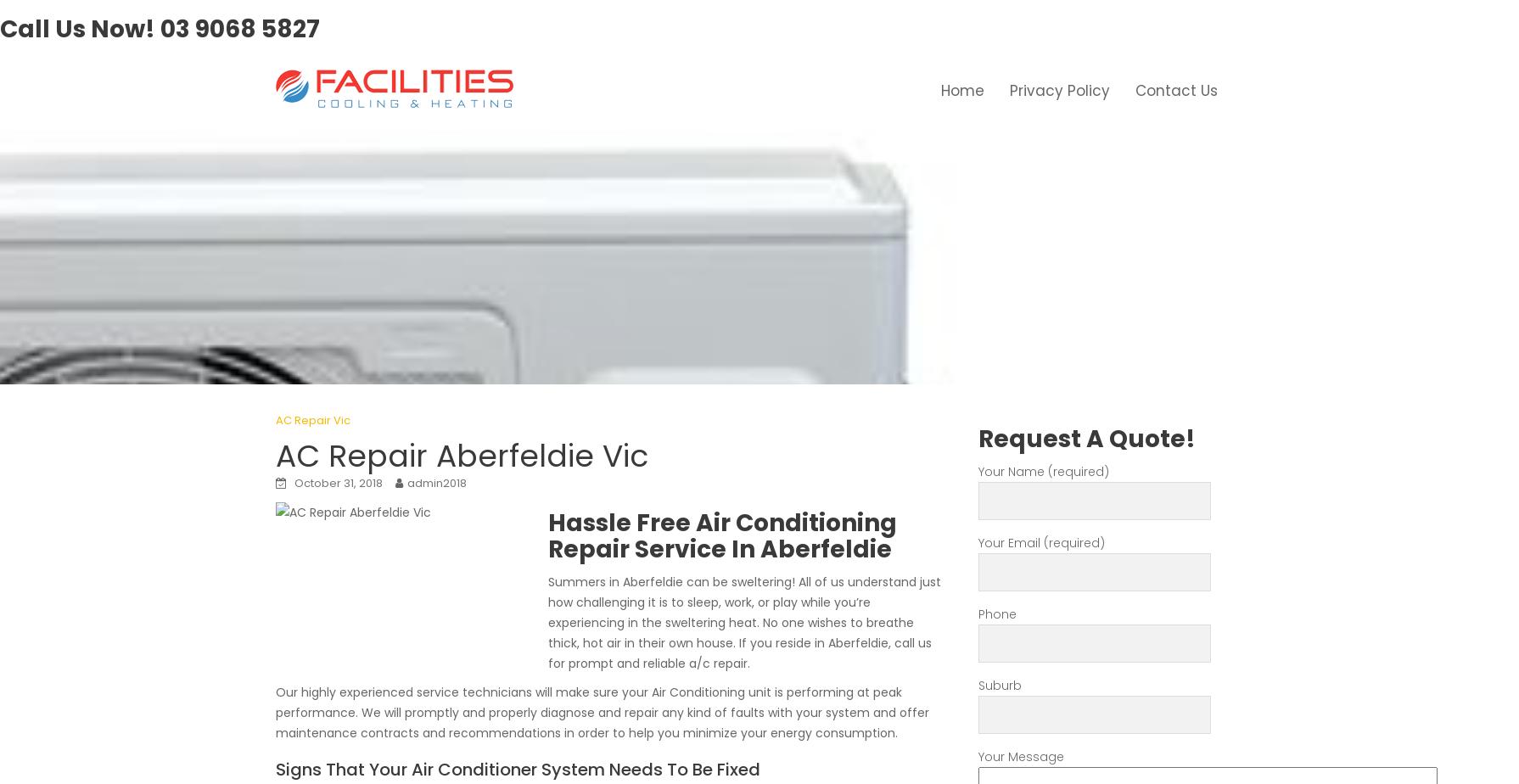 This screenshot has height=784, width=1519. Describe the element at coordinates (312, 419) in the screenshot. I see `'AC Repair Vic'` at that location.